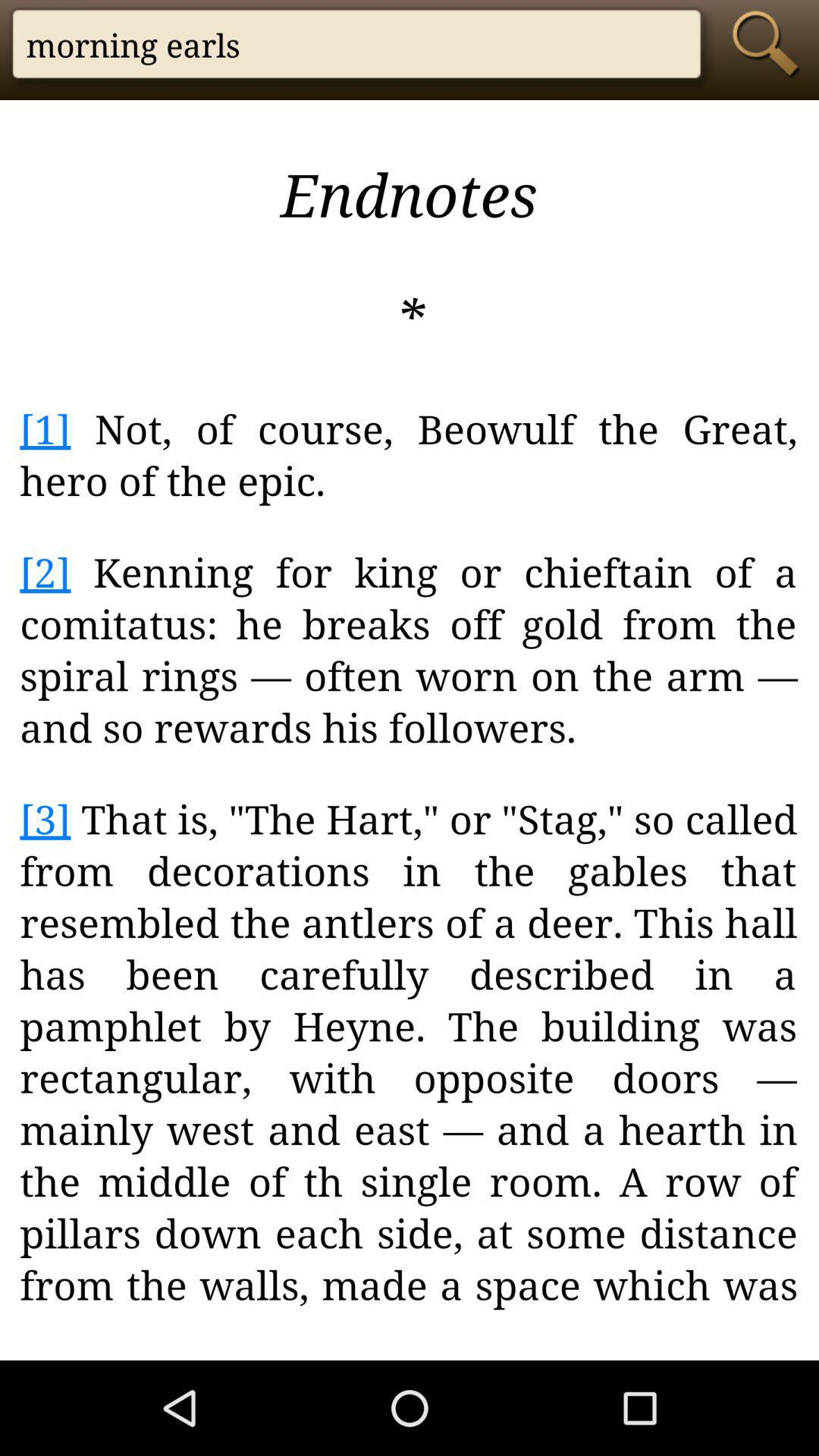  I want to click on the search icon, so click(770, 43).